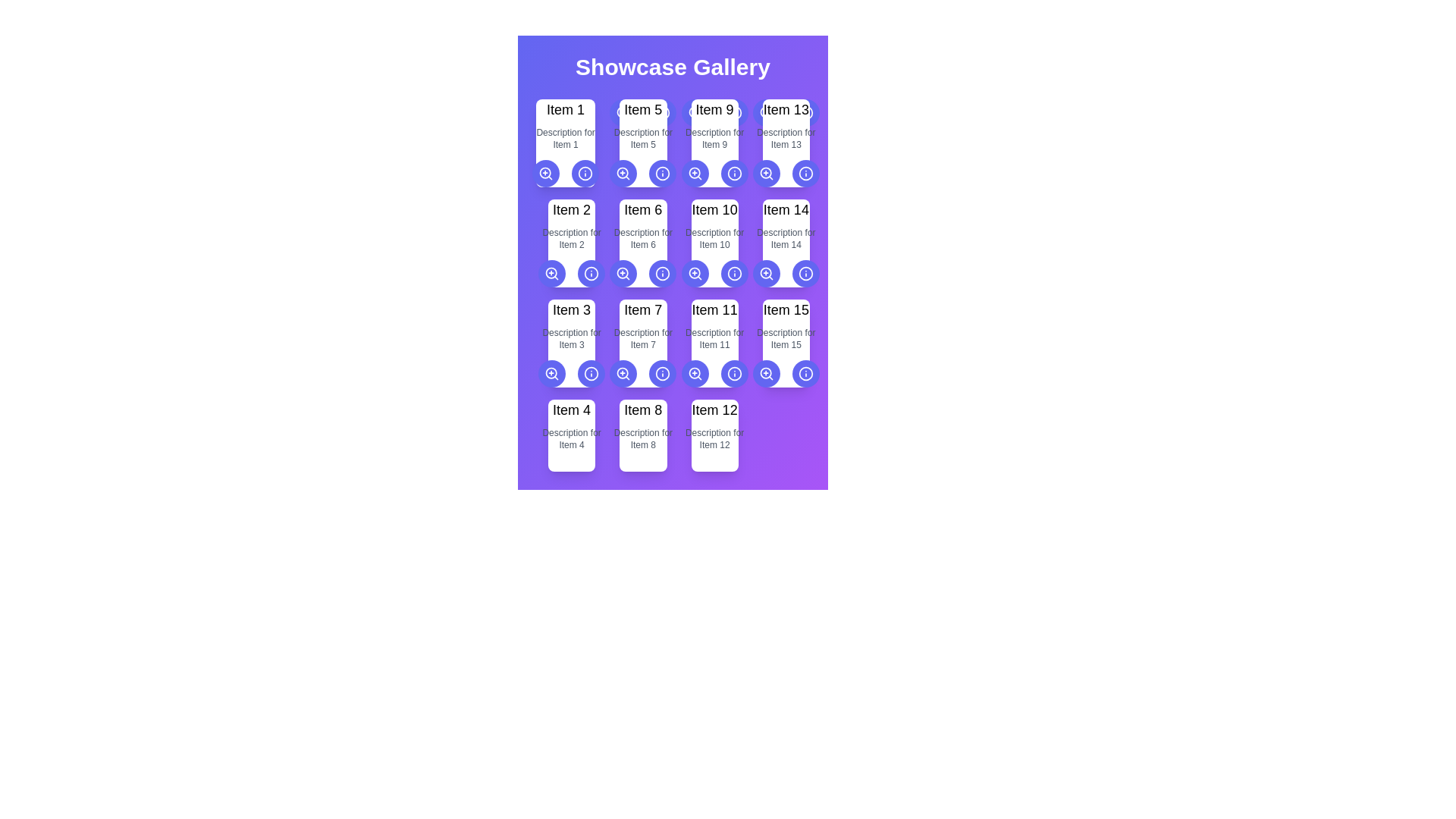  What do you see at coordinates (714, 435) in the screenshot?
I see `the card displaying information about 'Item 12' located in the fourth row, third column of the grid` at bounding box center [714, 435].